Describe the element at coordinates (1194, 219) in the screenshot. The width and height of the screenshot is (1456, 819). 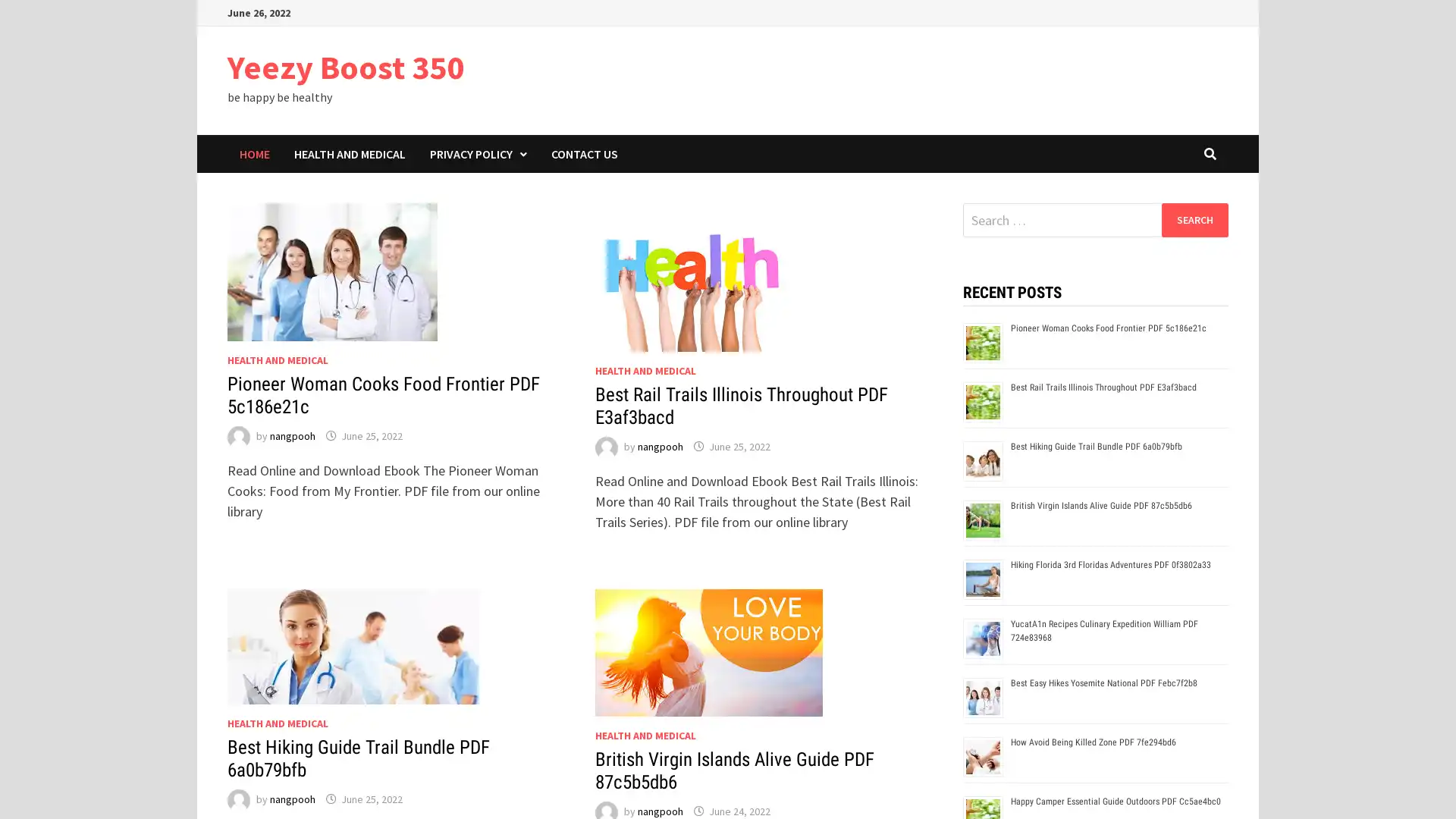
I see `Search` at that location.